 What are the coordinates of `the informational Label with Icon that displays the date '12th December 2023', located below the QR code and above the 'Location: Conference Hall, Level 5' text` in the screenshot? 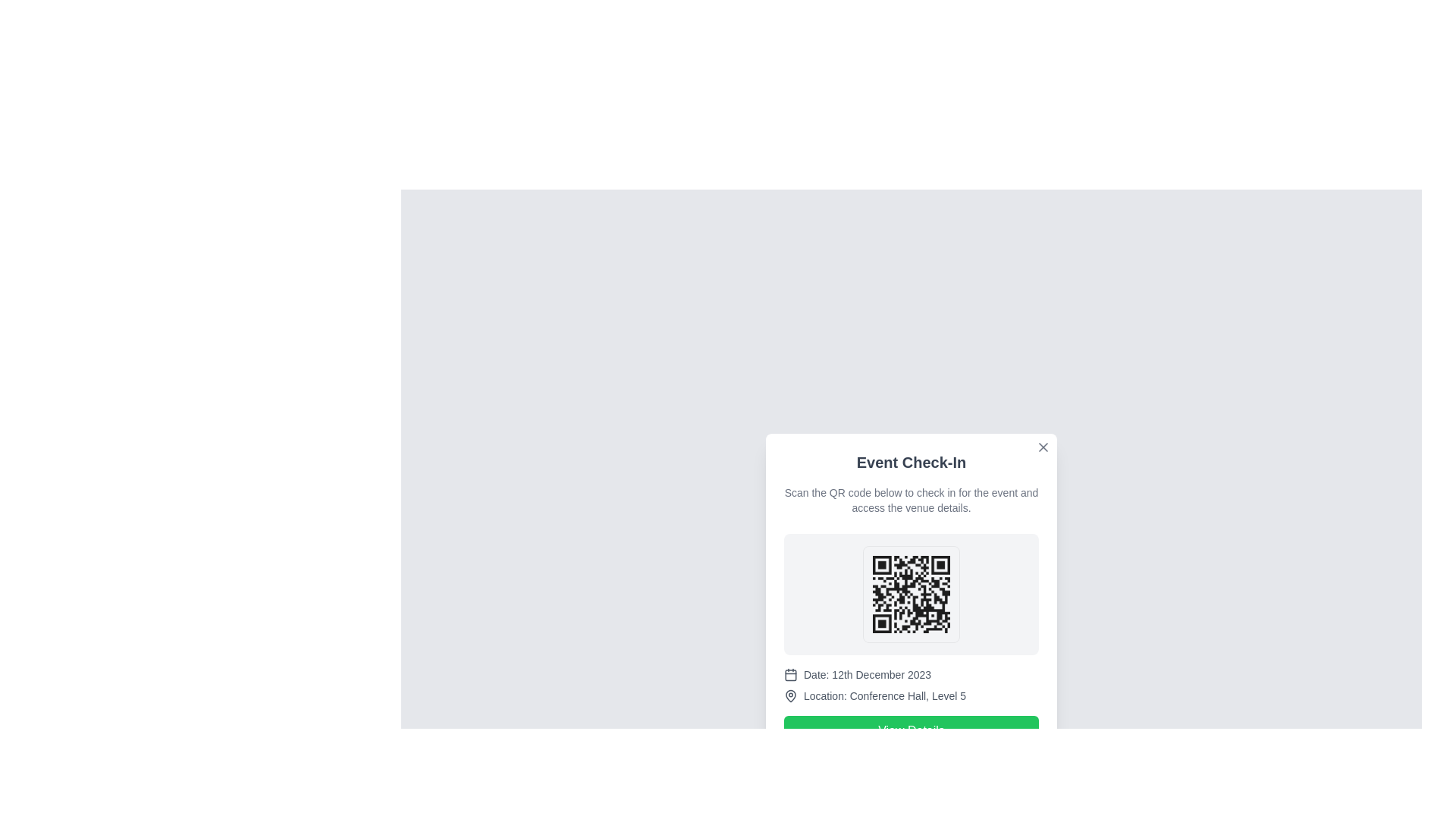 It's located at (910, 674).